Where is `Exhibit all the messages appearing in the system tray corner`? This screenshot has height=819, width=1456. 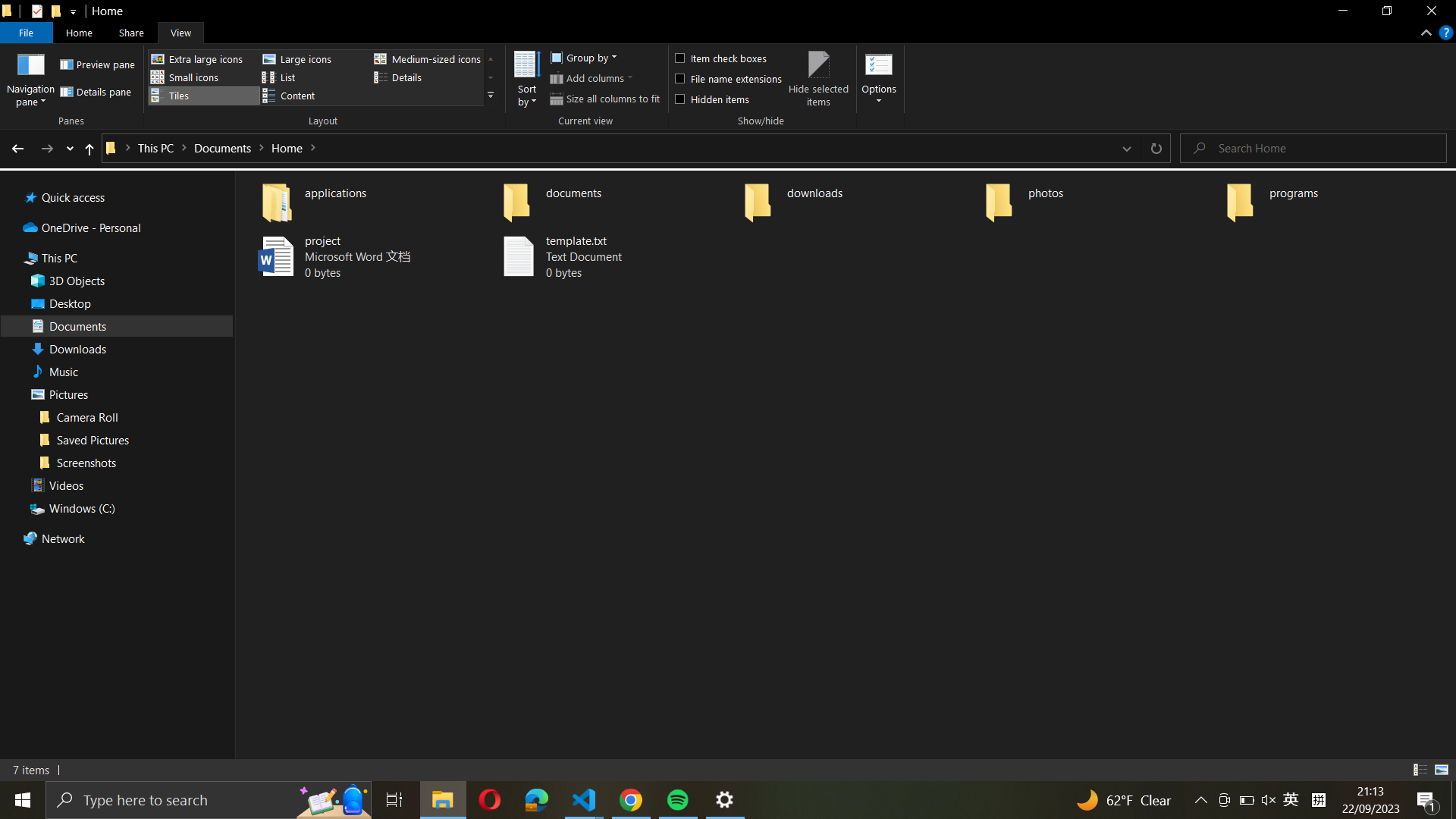 Exhibit all the messages appearing in the system tray corner is located at coordinates (1427, 799).